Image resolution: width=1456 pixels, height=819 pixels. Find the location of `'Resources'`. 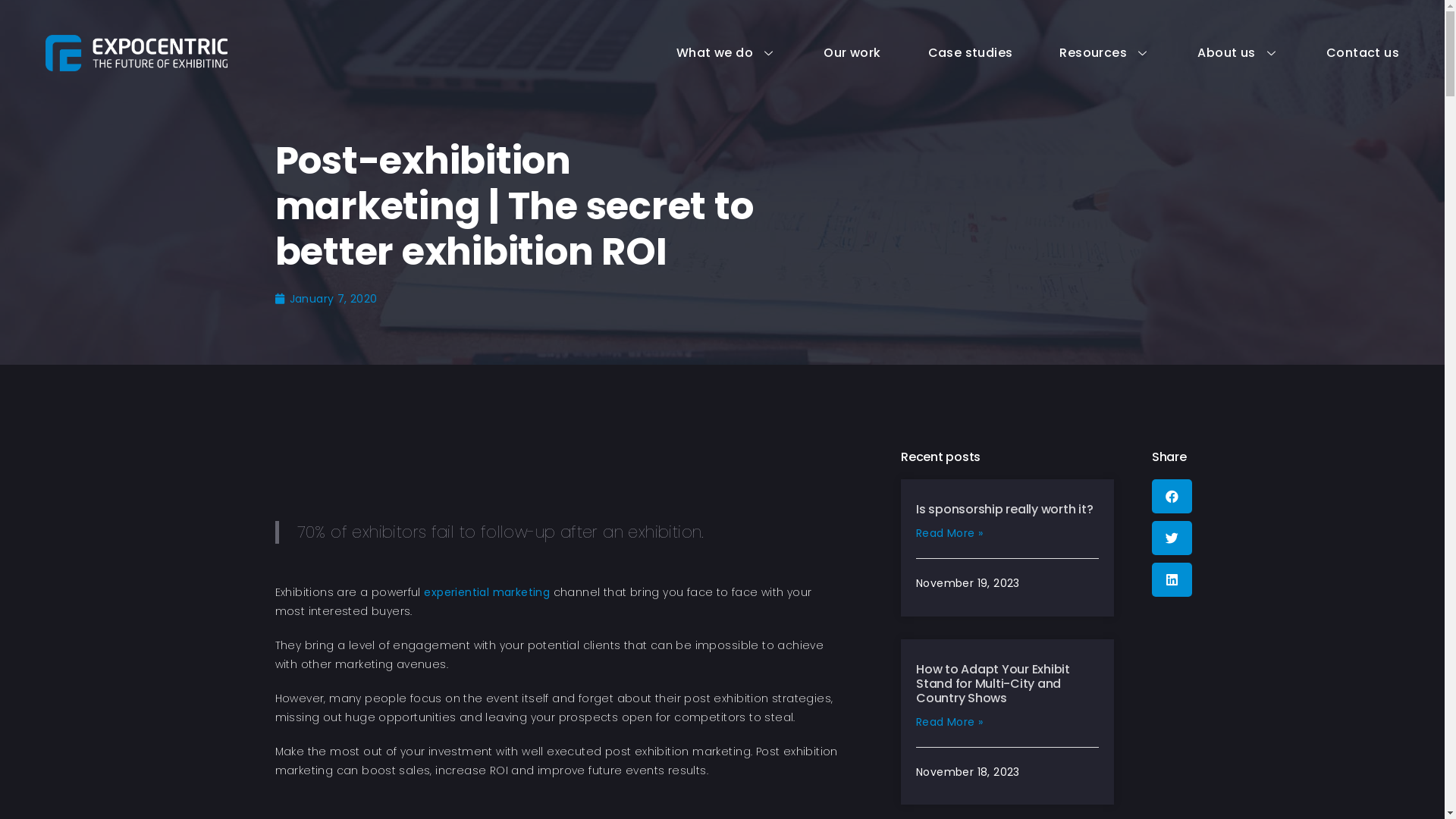

'Resources' is located at coordinates (1080, 52).